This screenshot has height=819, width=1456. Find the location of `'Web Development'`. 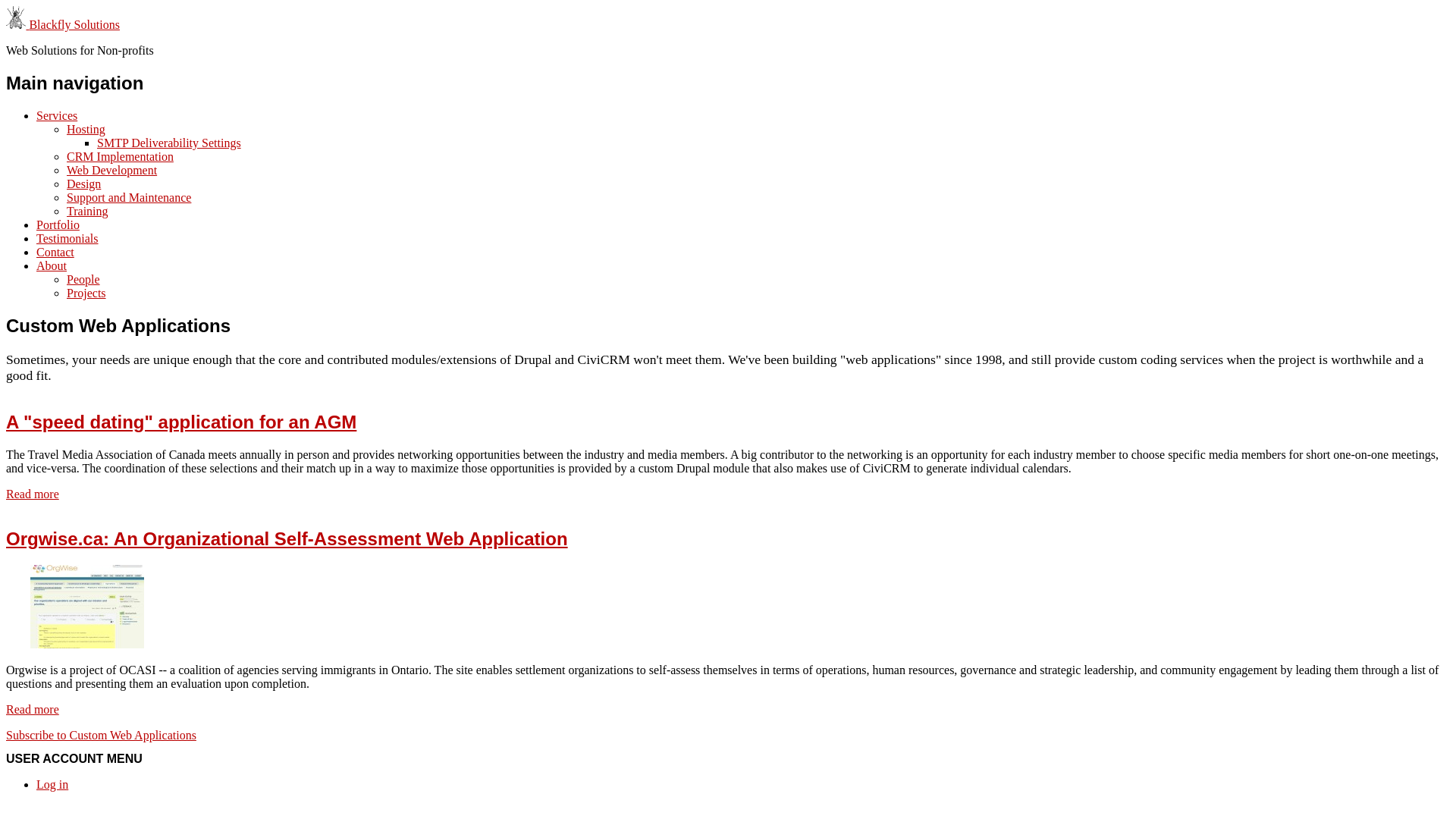

'Web Development' is located at coordinates (111, 170).